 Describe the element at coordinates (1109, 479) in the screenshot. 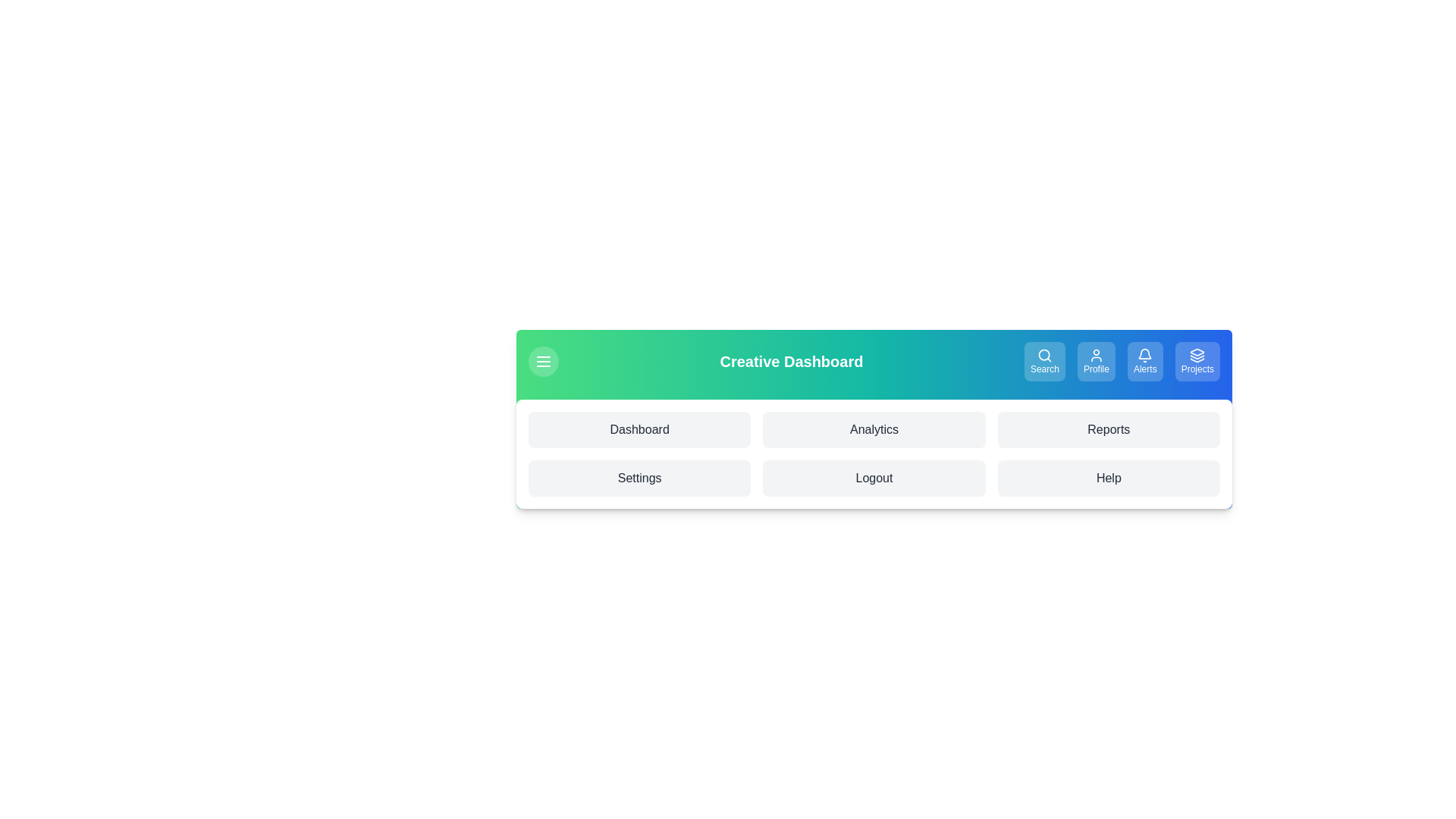

I see `the menu item labeled Help` at that location.